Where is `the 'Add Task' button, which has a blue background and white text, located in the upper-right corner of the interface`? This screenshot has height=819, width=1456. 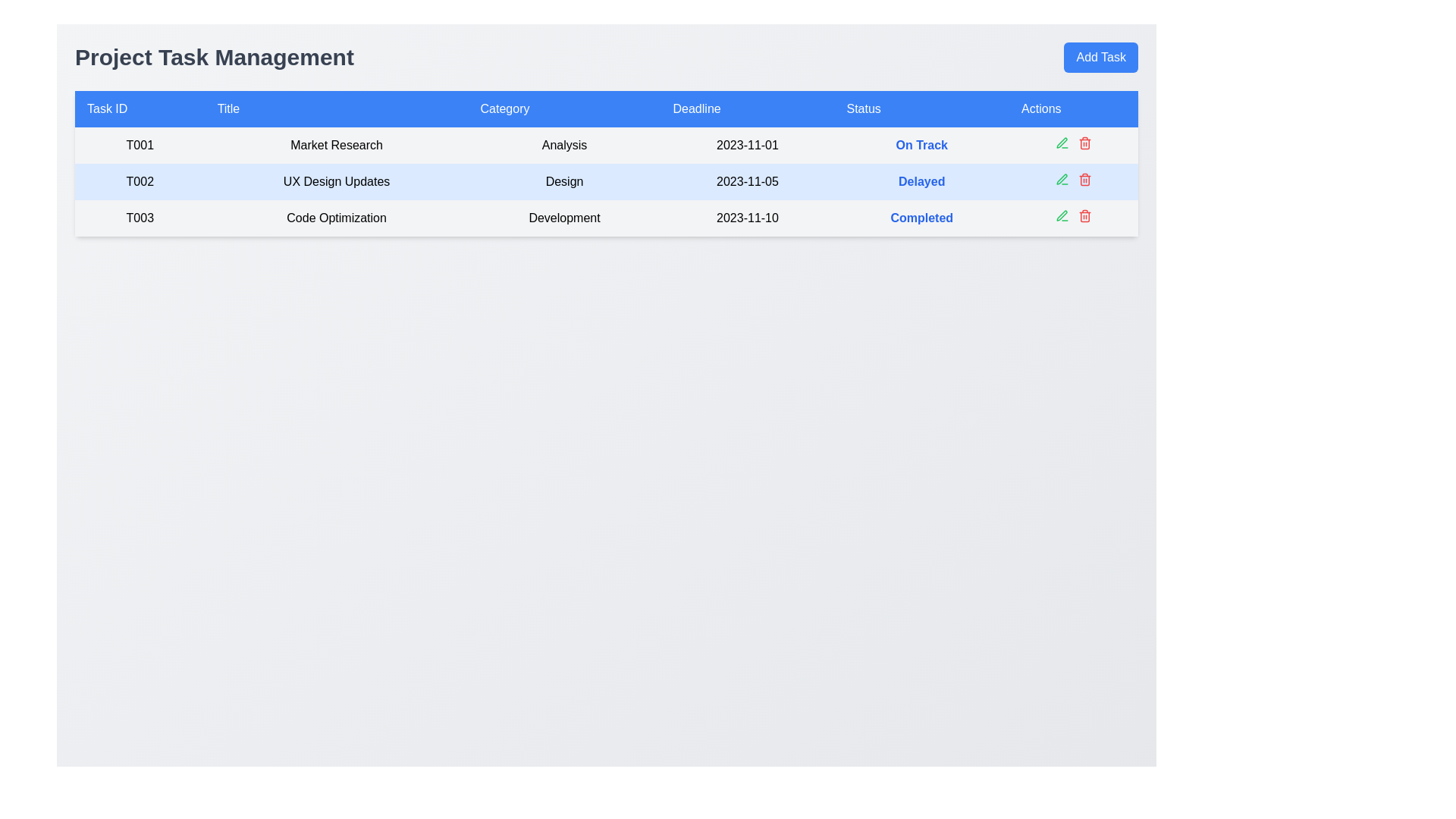 the 'Add Task' button, which has a blue background and white text, located in the upper-right corner of the interface is located at coordinates (1101, 57).